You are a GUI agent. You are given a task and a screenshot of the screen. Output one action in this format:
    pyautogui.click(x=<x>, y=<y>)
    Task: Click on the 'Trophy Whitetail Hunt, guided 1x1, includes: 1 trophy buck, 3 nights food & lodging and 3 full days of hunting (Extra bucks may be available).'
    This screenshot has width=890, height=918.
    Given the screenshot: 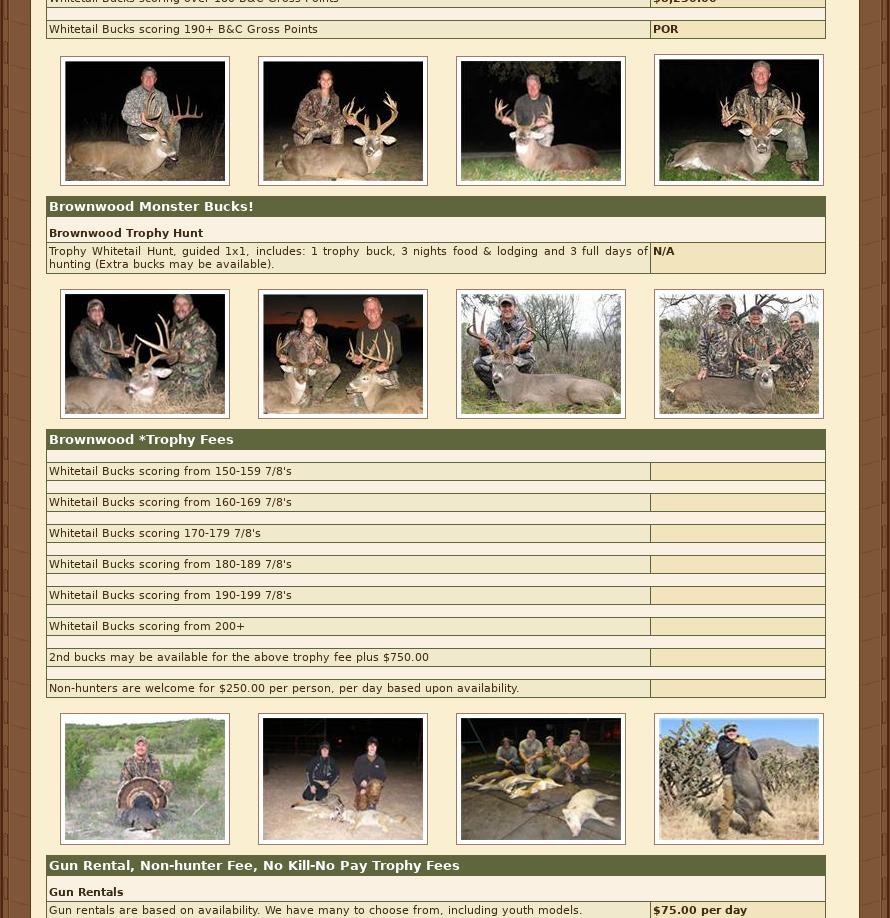 What is the action you would take?
    pyautogui.click(x=348, y=256)
    